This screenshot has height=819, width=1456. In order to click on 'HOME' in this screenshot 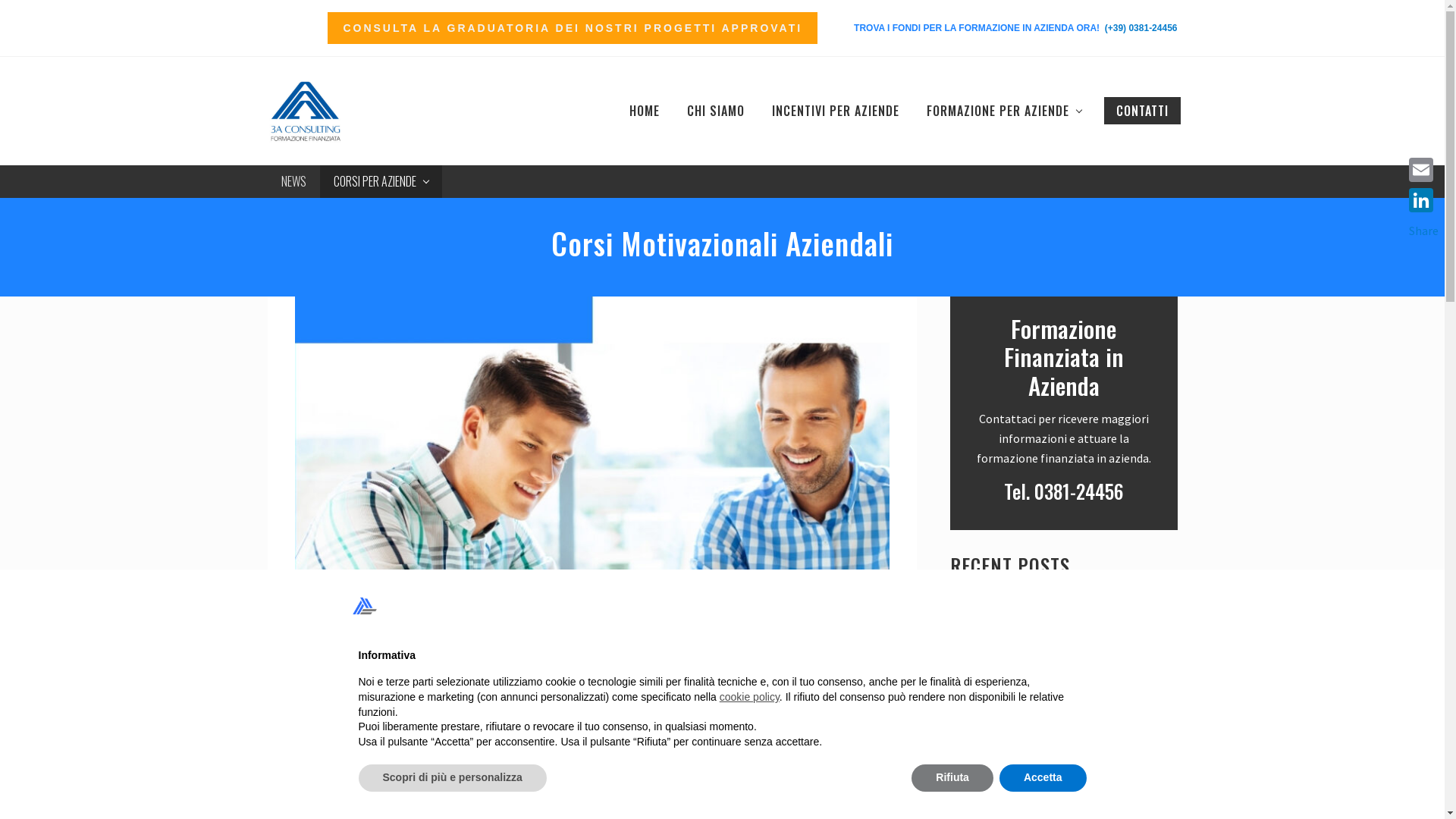, I will do `click(644, 110)`.